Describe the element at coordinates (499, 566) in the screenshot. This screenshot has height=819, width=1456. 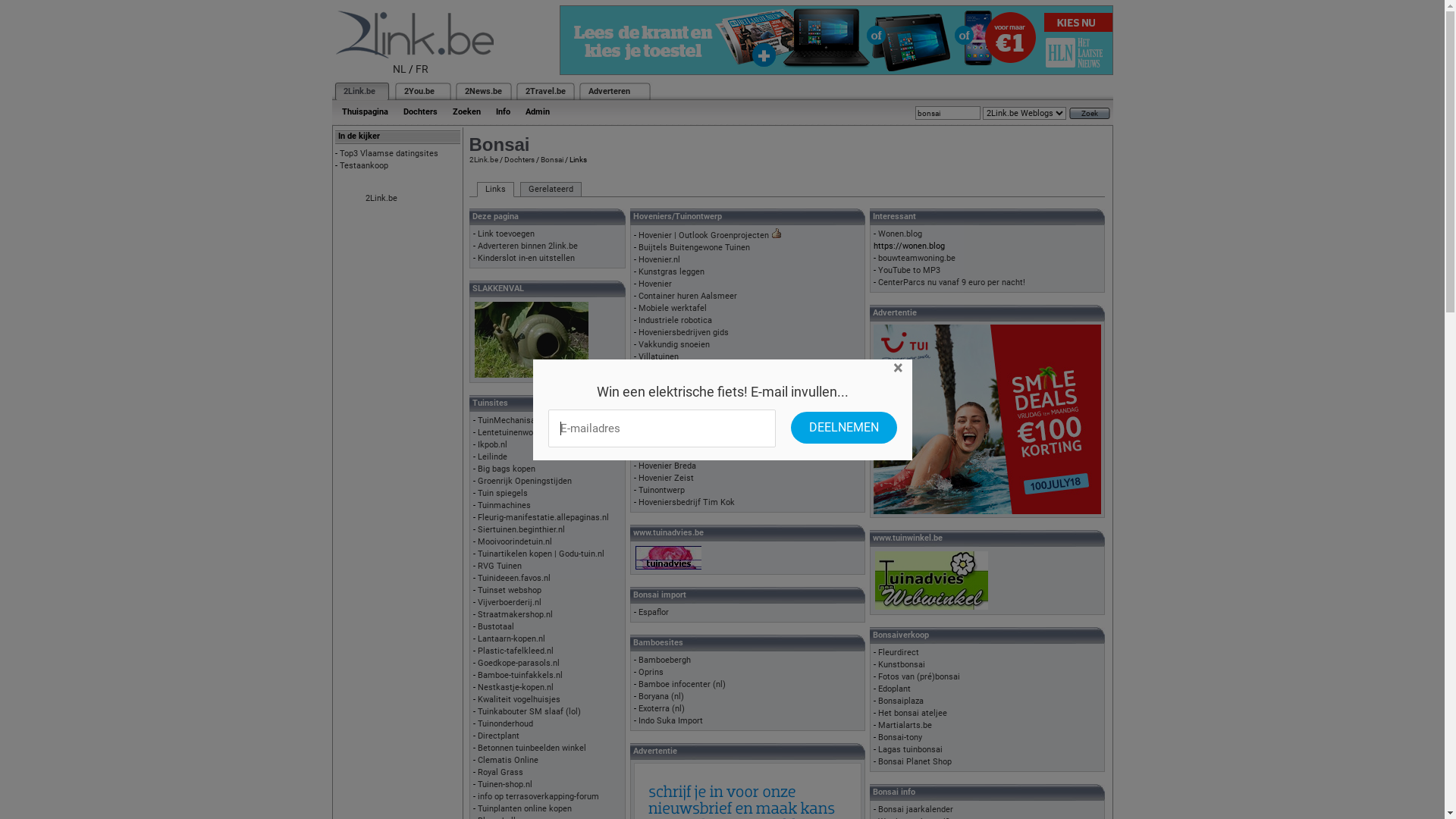
I see `'RVG Tuinen'` at that location.